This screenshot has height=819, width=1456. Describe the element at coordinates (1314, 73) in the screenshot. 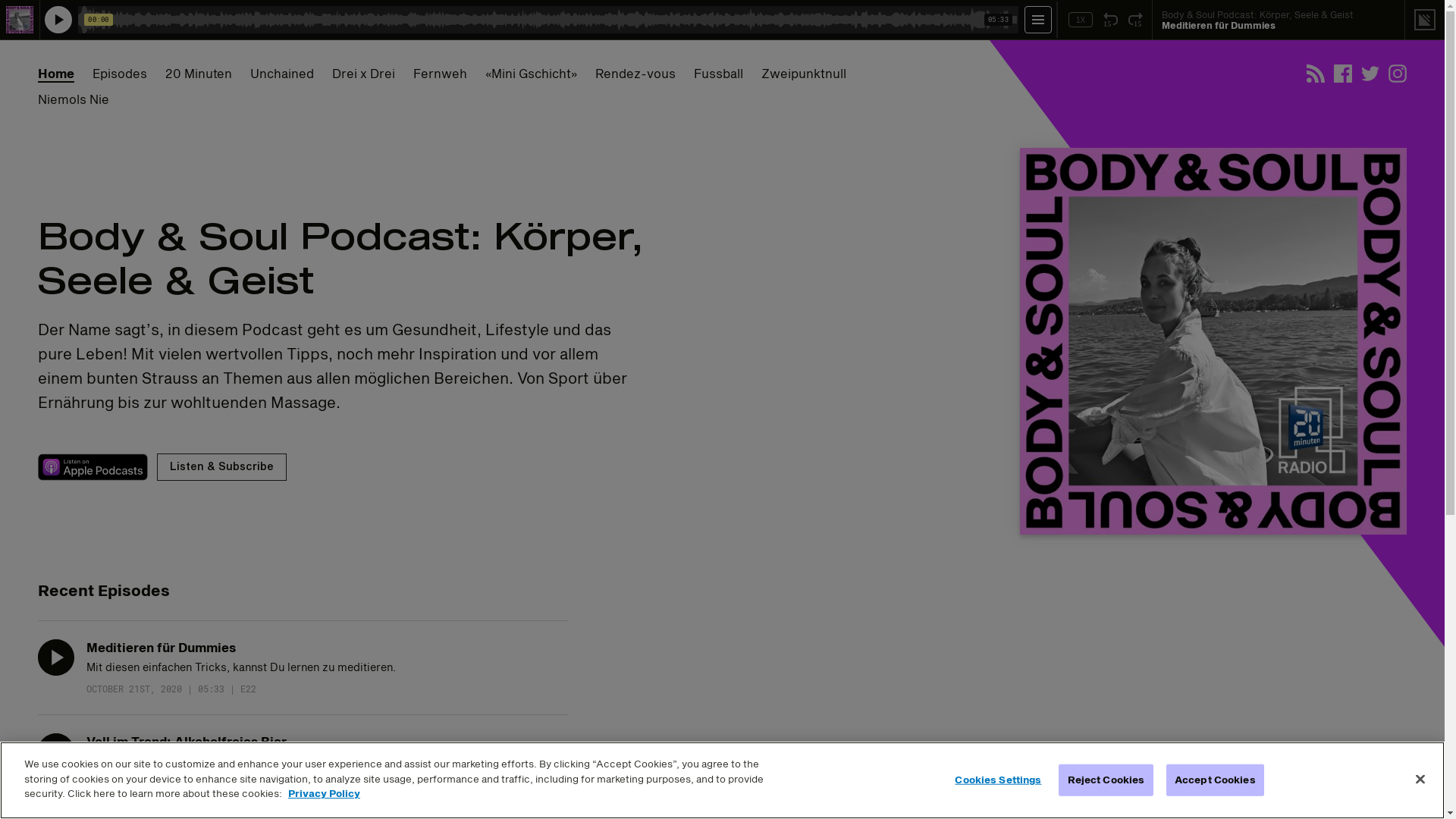

I see `'RSS'` at that location.